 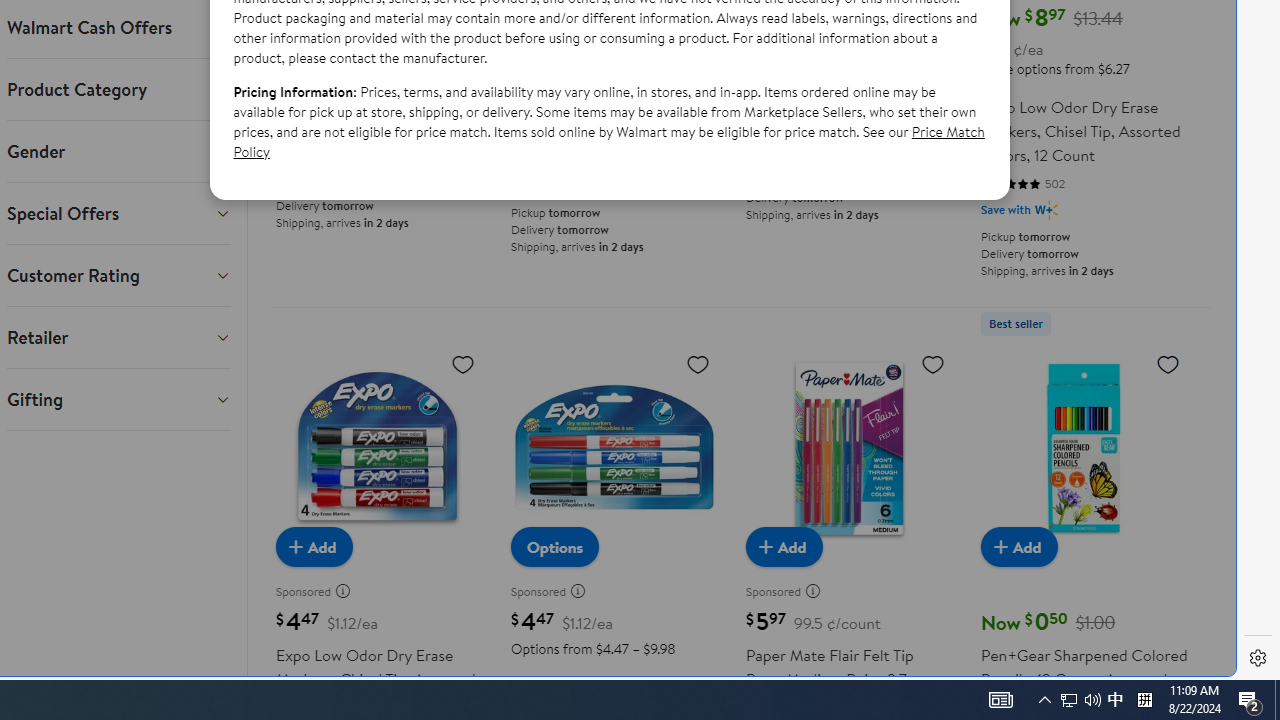 What do you see at coordinates (1044, 698) in the screenshot?
I see `'Notification Chevron'` at bounding box center [1044, 698].